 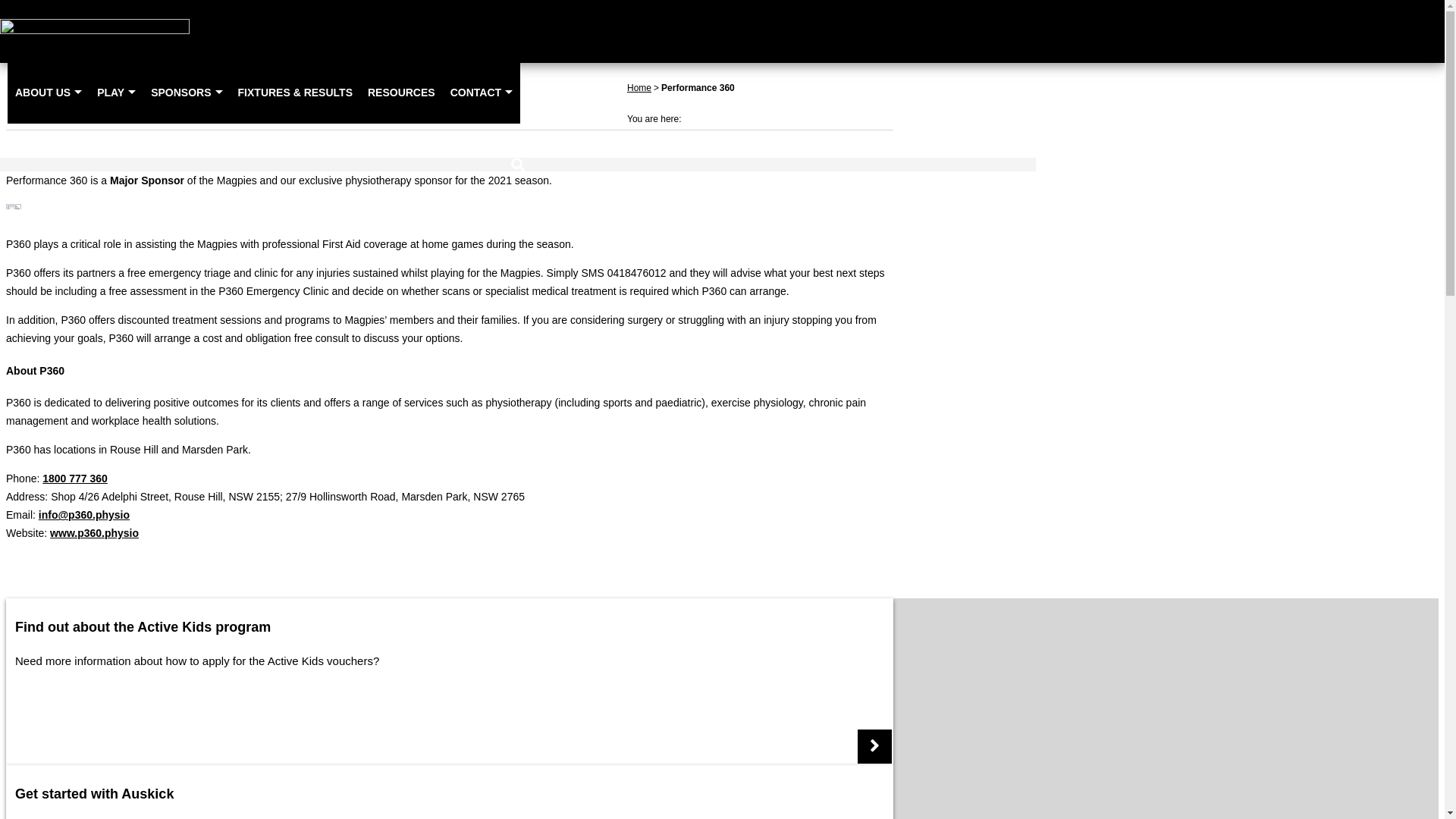 I want to click on 'SPONSORS', so click(x=185, y=92).